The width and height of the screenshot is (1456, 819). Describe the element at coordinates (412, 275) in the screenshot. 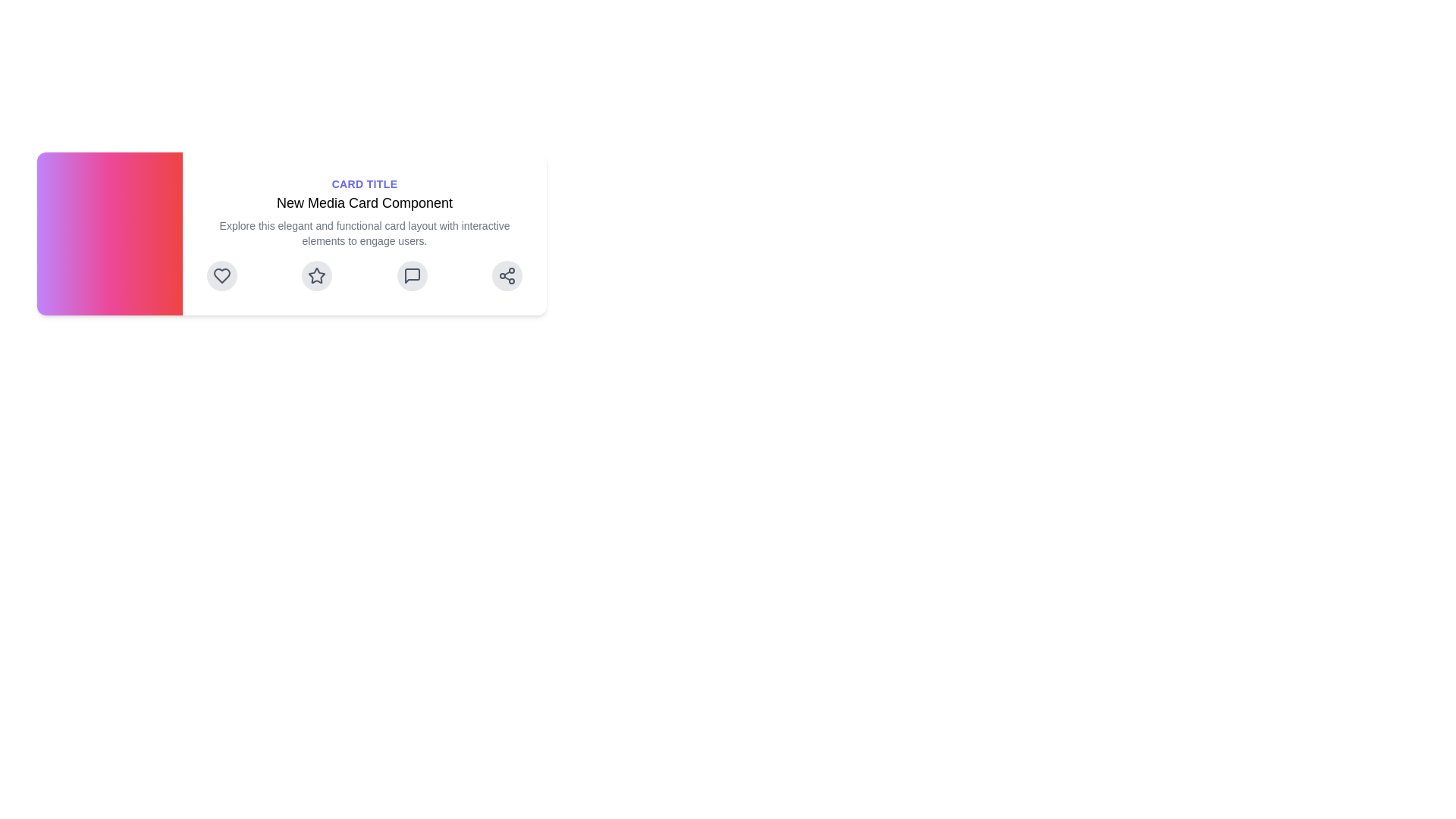

I see `the third interactive icon from the left in a horizontal row of icons below the text on the card` at that location.